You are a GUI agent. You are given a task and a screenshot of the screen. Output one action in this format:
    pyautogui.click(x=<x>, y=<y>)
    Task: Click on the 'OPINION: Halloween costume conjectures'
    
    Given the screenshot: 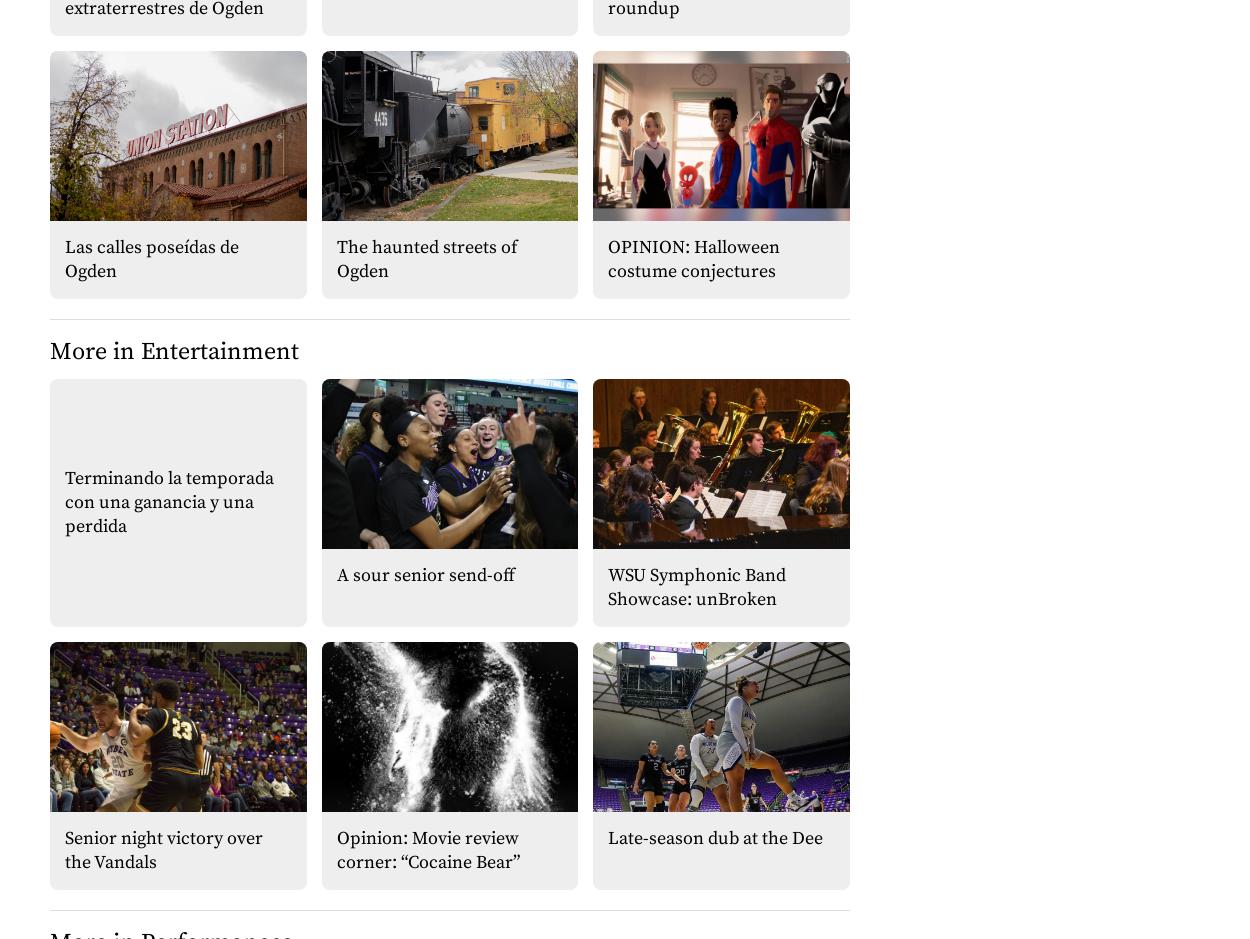 What is the action you would take?
    pyautogui.click(x=693, y=257)
    